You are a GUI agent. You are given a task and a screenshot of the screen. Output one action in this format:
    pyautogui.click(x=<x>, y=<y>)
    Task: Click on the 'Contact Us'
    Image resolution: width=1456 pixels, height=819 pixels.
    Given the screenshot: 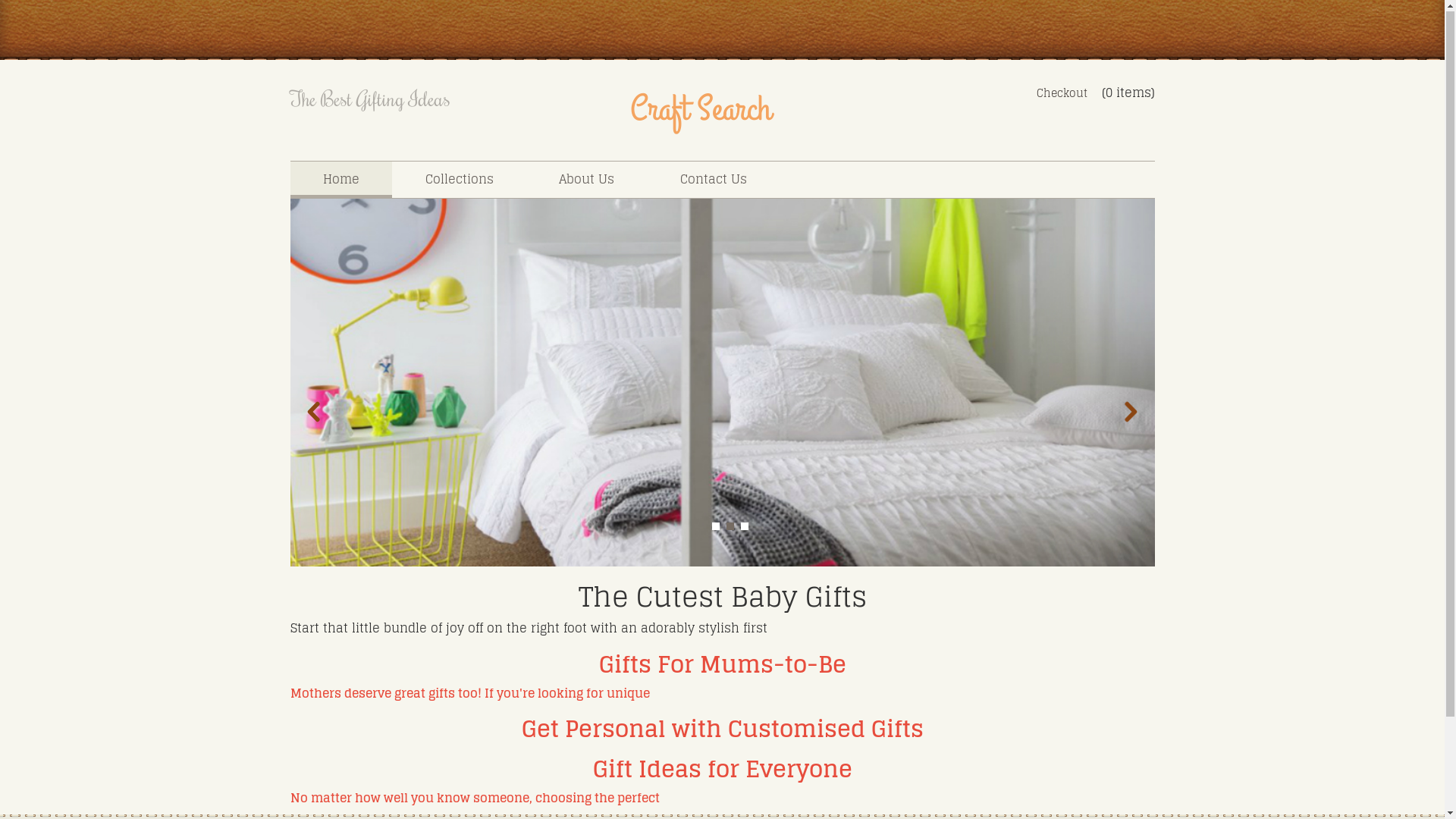 What is the action you would take?
    pyautogui.click(x=648, y=180)
    